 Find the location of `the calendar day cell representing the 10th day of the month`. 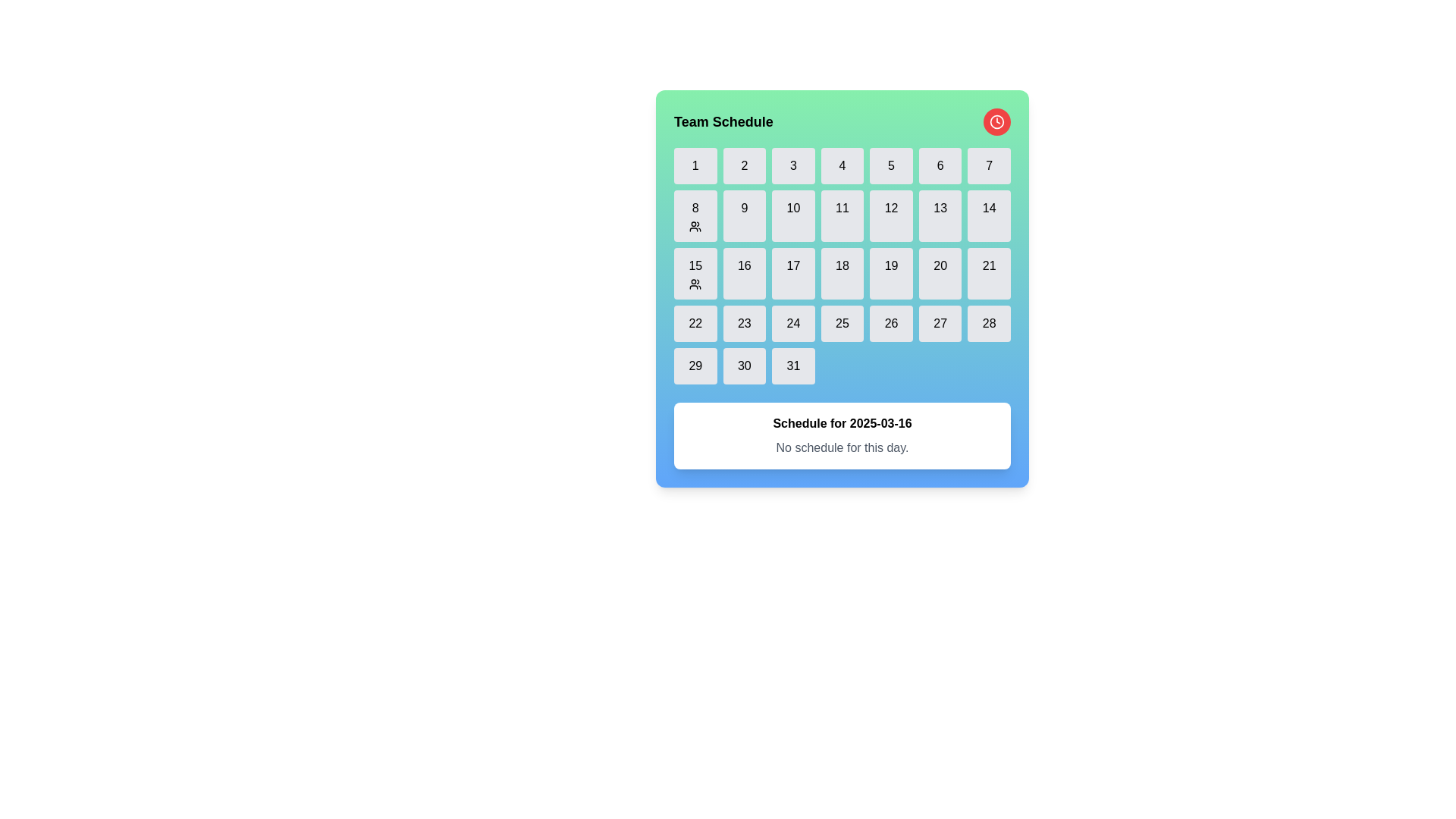

the calendar day cell representing the 10th day of the month is located at coordinates (792, 208).